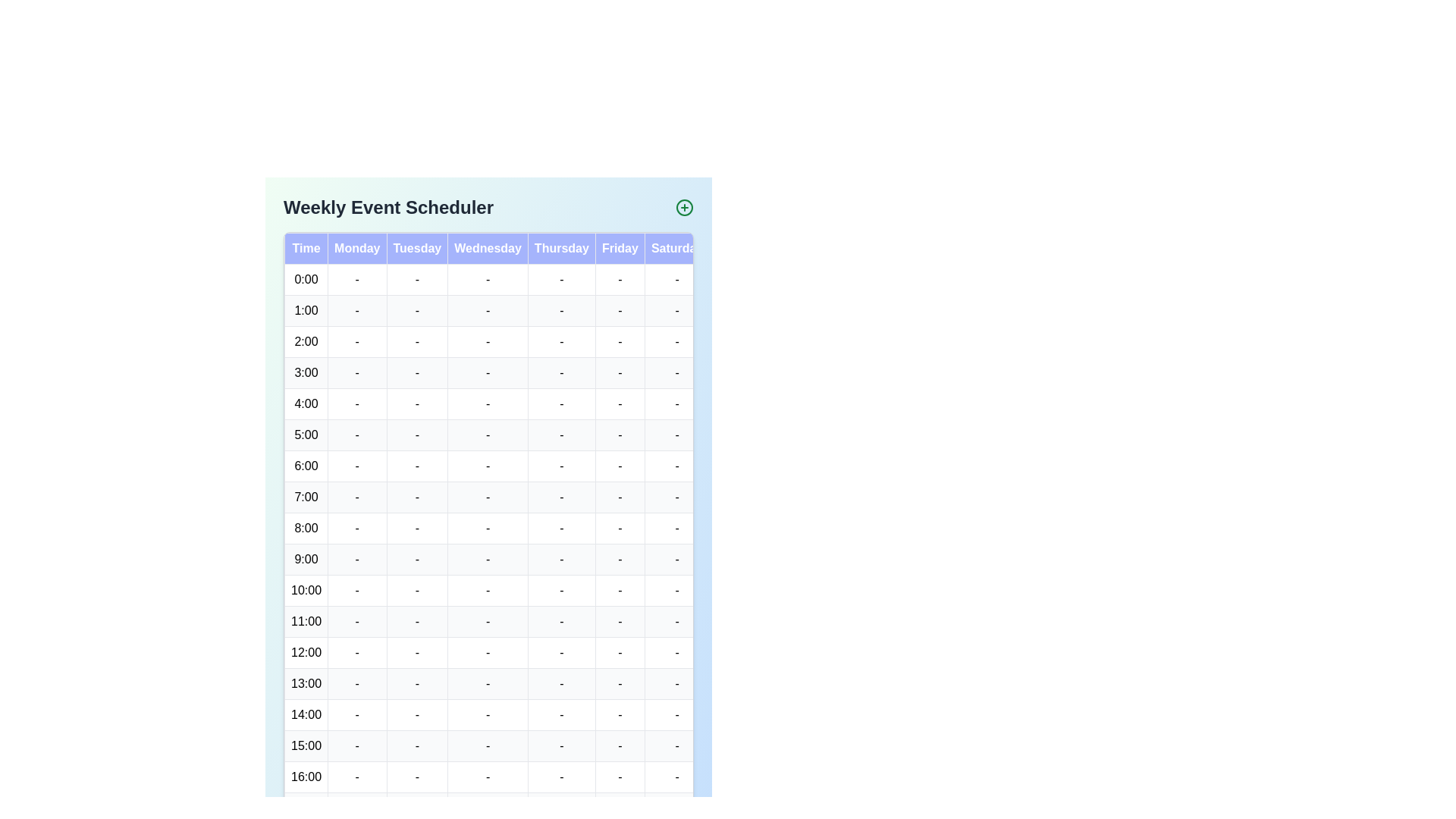 The image size is (1456, 819). Describe the element at coordinates (683, 207) in the screenshot. I see `the 'Add Event' button to observe its hover state` at that location.